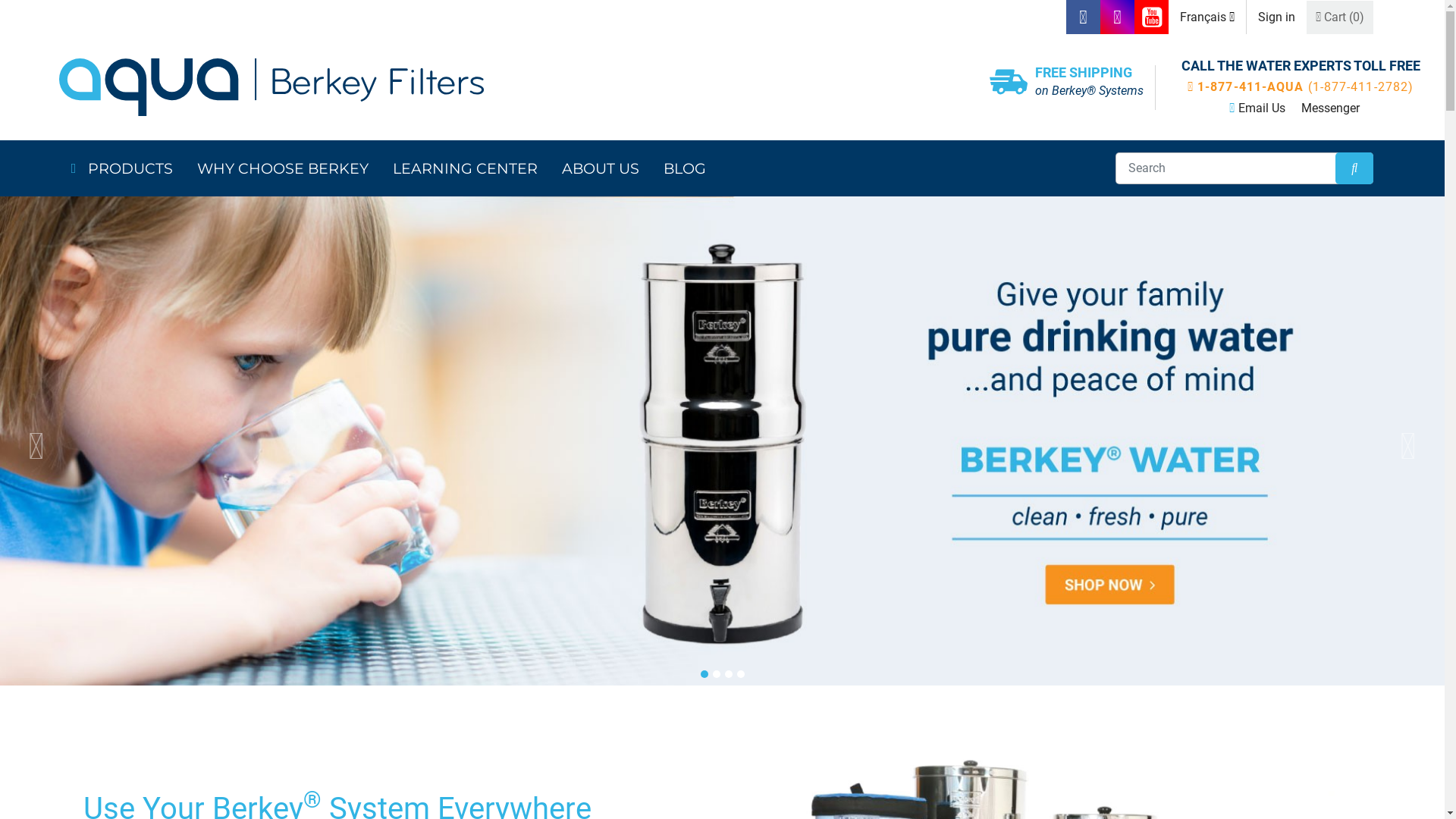 The width and height of the screenshot is (1456, 819). What do you see at coordinates (1329, 107) in the screenshot?
I see `'Messenger'` at bounding box center [1329, 107].